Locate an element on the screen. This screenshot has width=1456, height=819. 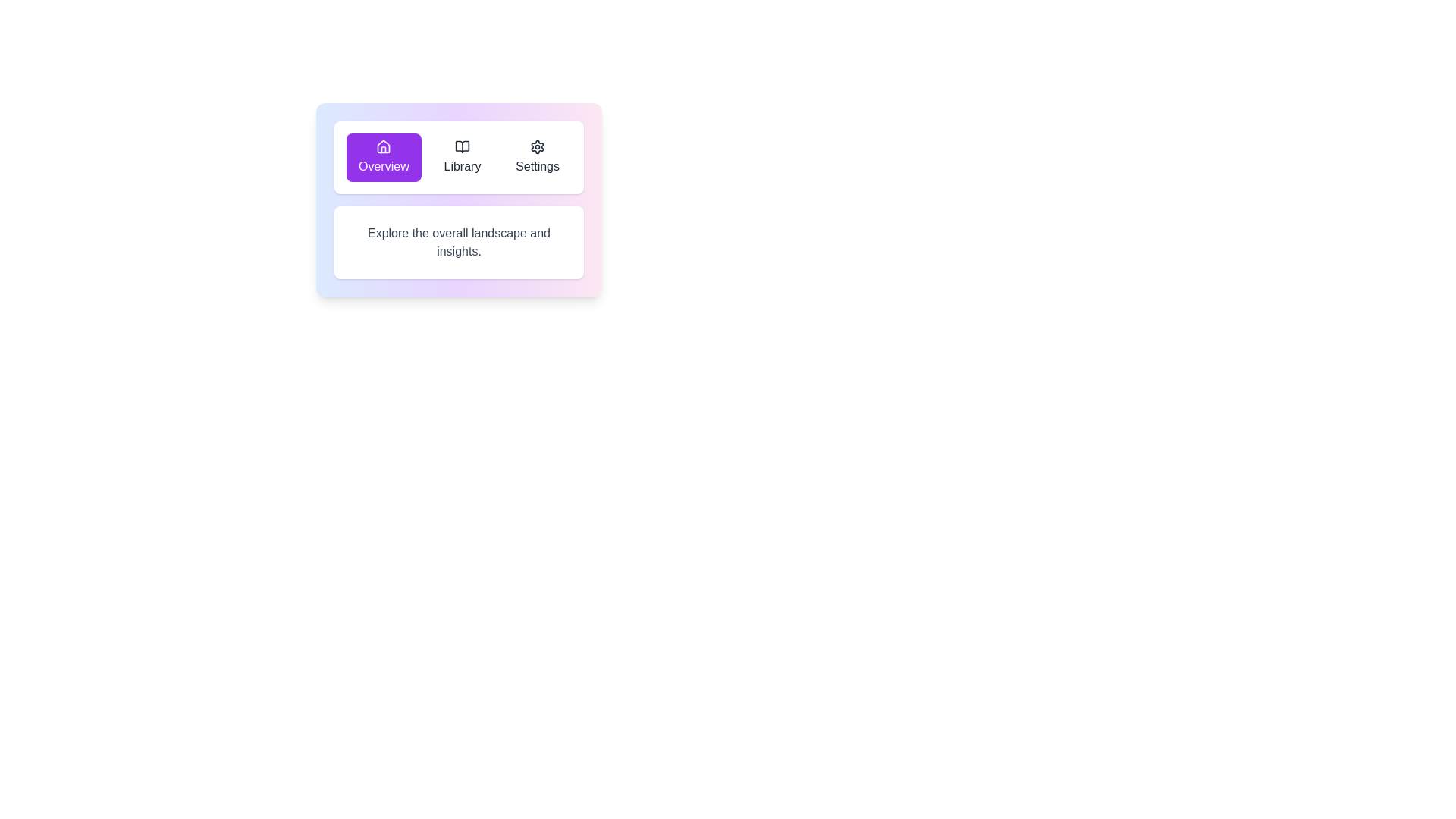
the 'Settings' text label located next to the gear icon in the navigation menu is located at coordinates (538, 166).